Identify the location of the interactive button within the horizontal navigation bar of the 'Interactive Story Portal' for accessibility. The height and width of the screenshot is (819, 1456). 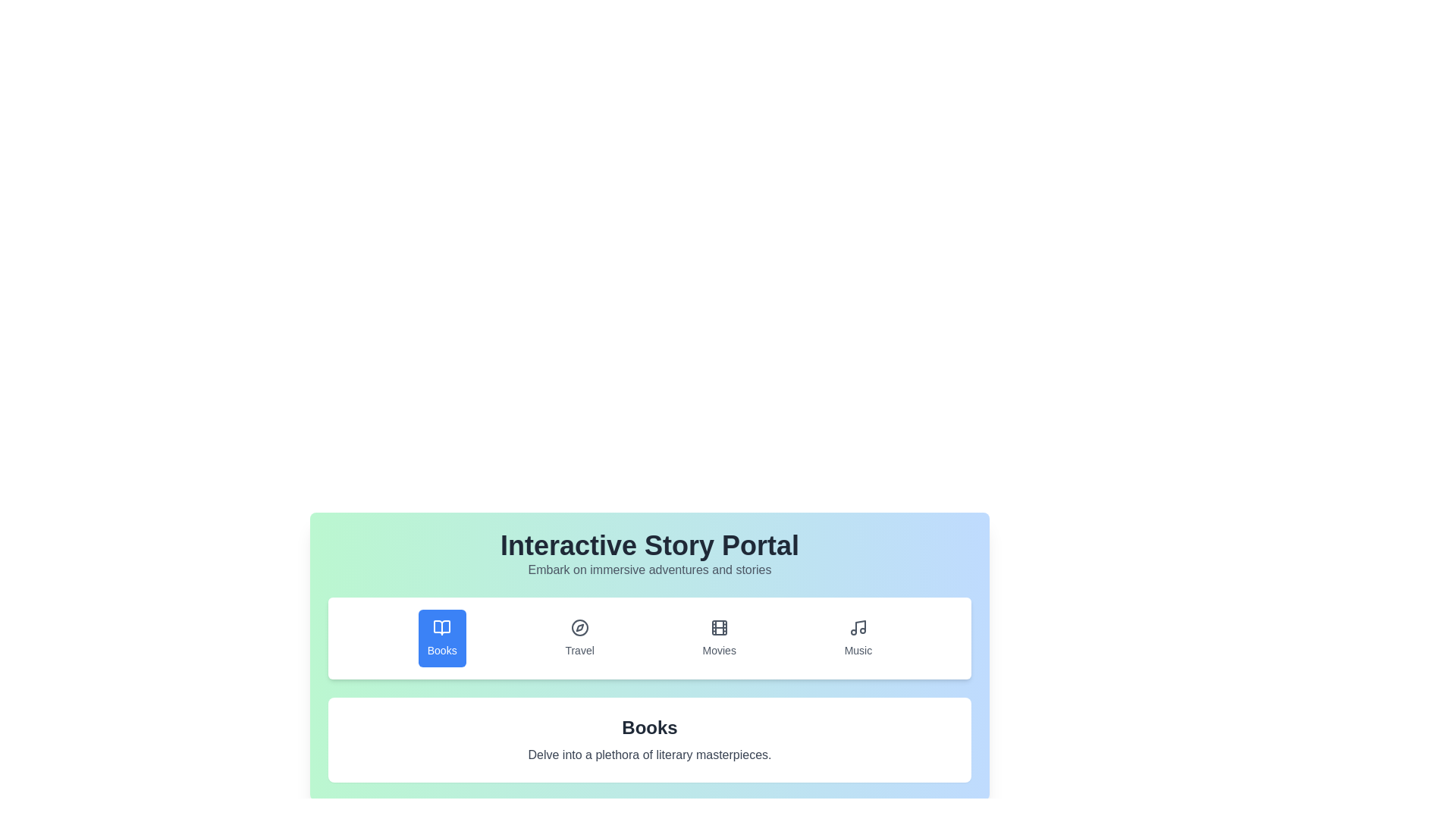
(650, 638).